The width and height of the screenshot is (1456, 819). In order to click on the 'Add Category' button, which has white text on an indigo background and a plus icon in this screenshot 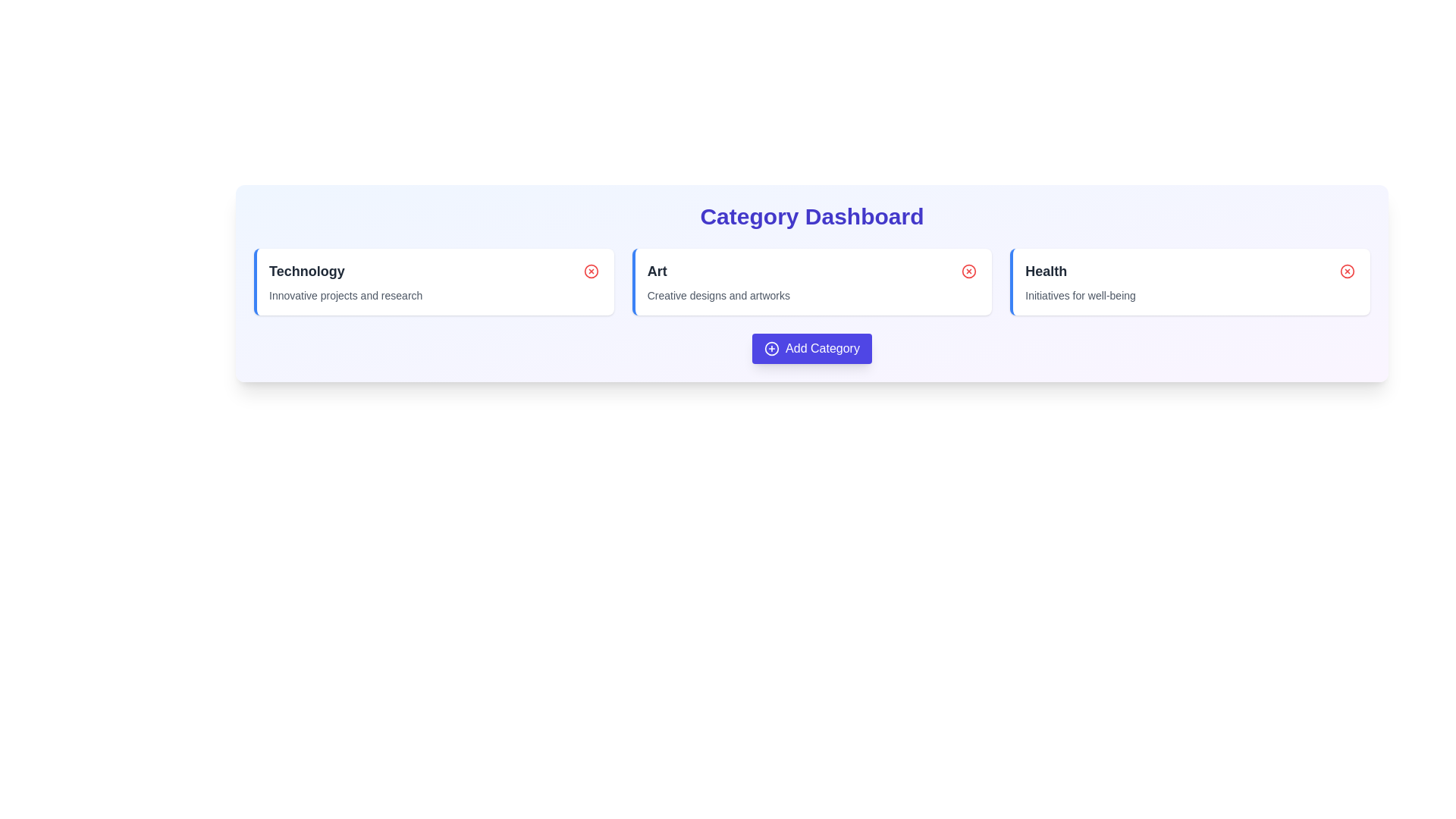, I will do `click(811, 348)`.